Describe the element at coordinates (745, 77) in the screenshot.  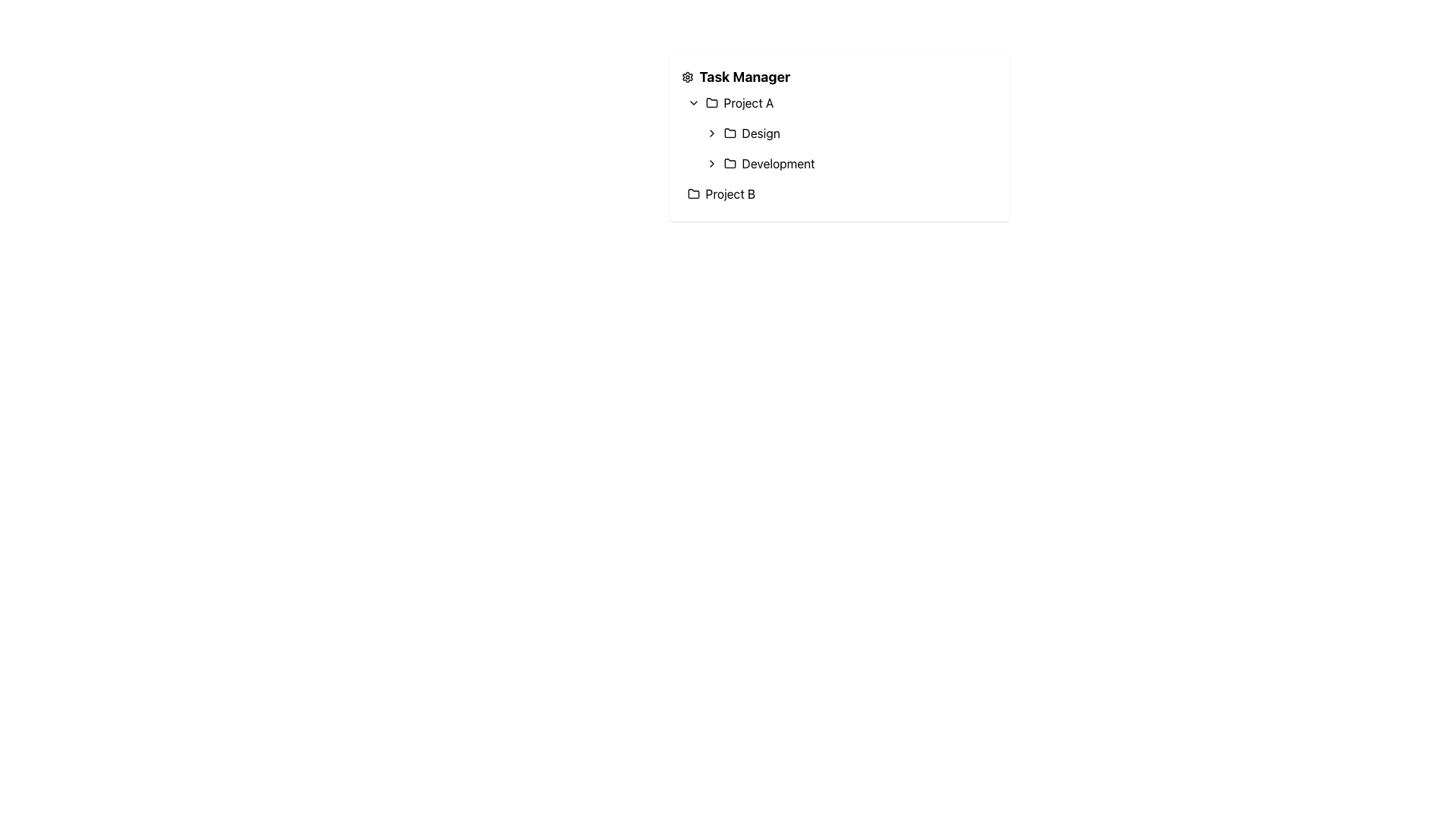
I see `the 'Task Manager' text label, which is styled prominently with a bold and larger font, located at the top of the content area and accompanied by a gear icon on its left` at that location.